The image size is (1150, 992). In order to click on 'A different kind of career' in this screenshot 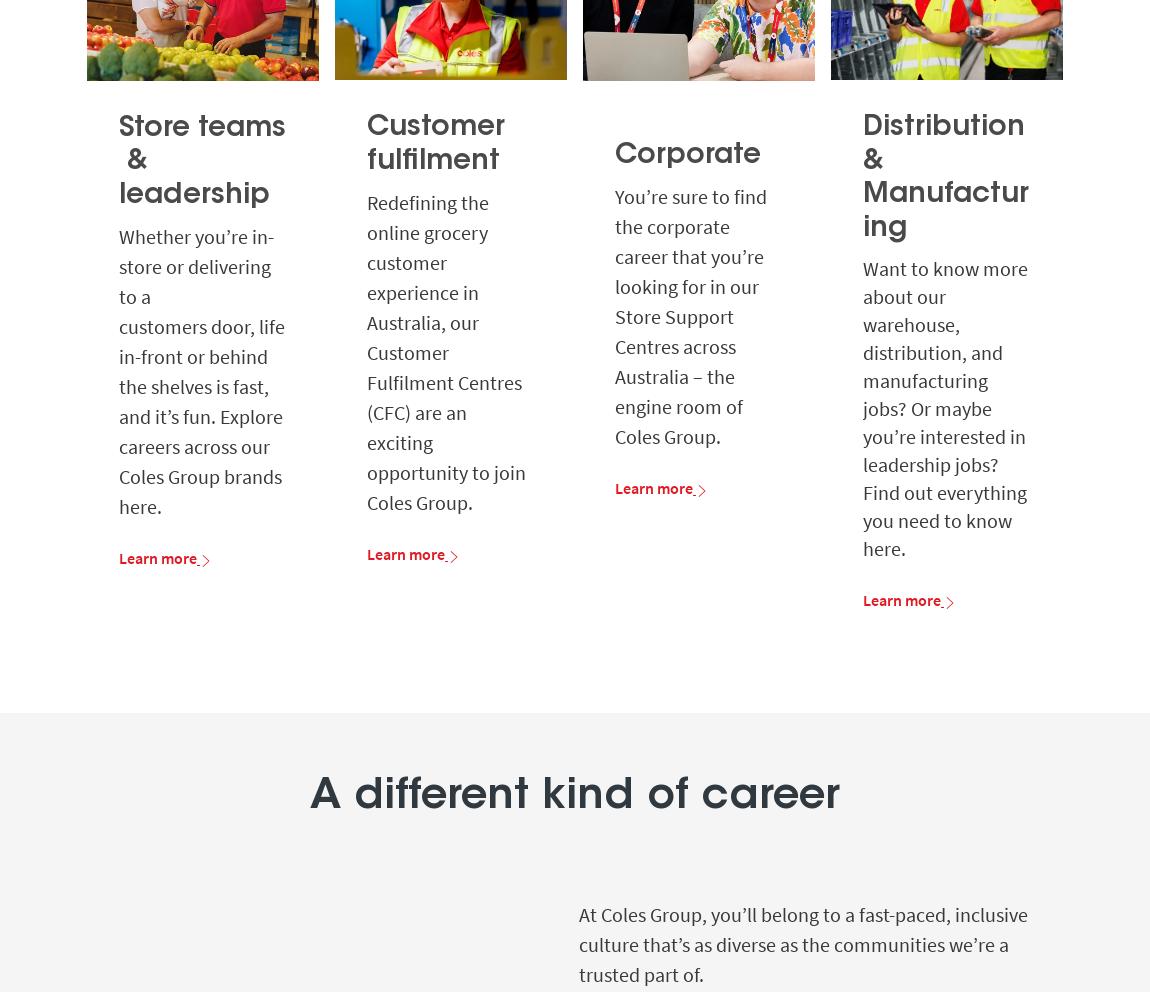, I will do `click(575, 796)`.